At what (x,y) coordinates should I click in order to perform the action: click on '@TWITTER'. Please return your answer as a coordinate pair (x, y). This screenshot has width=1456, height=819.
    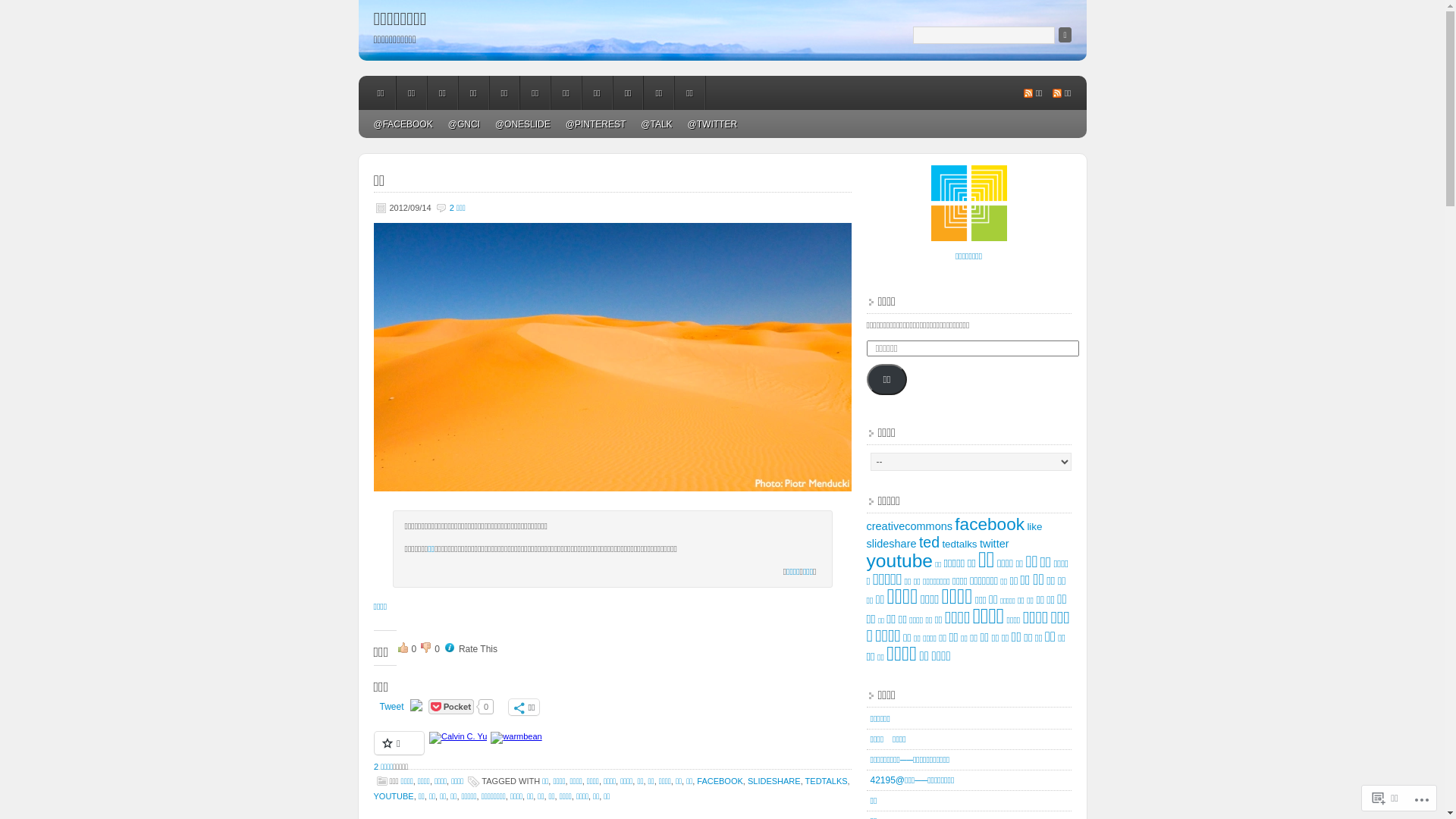
    Looking at the image, I should click on (712, 123).